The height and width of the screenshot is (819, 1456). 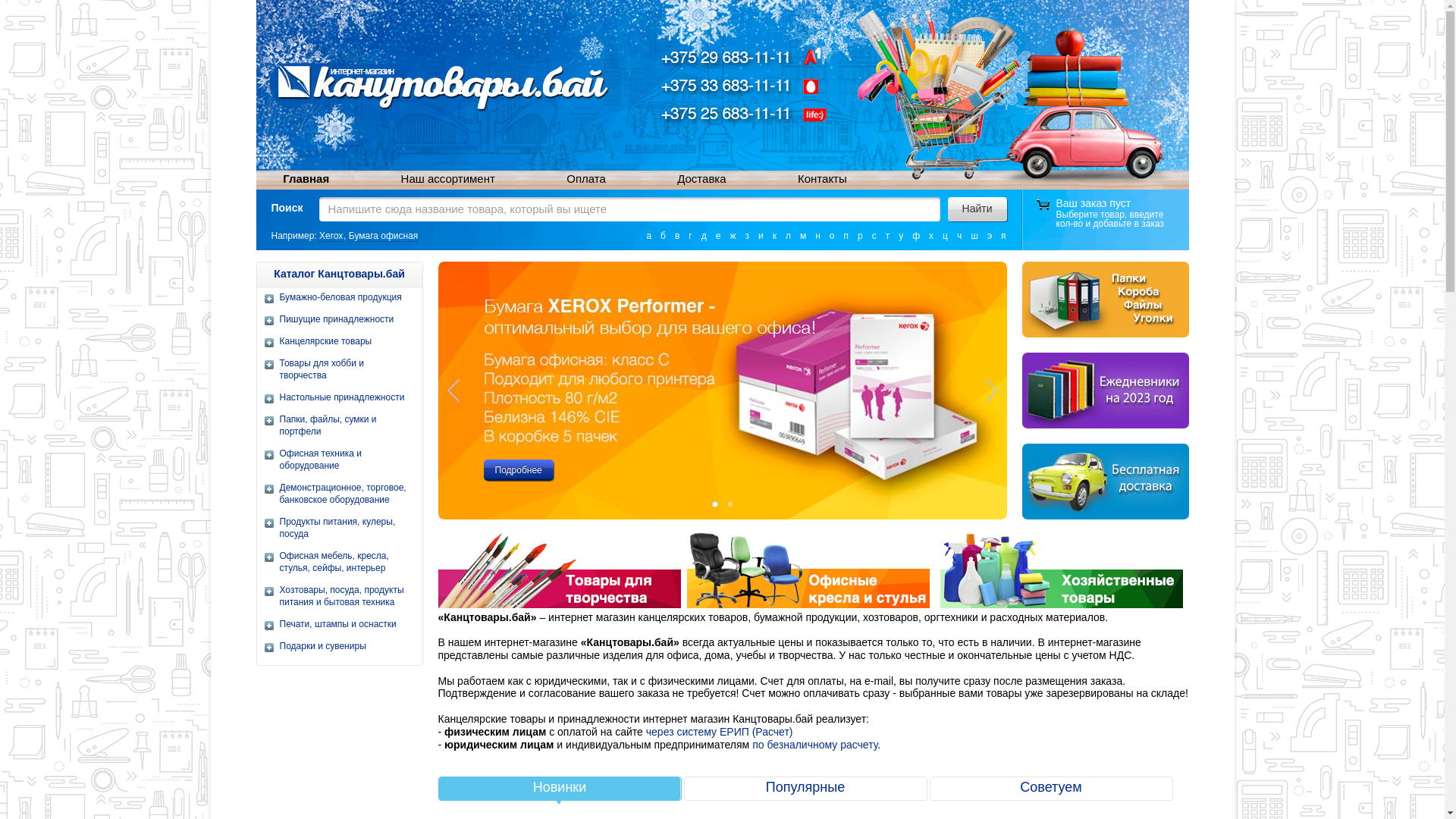 What do you see at coordinates (729, 504) in the screenshot?
I see `'2'` at bounding box center [729, 504].